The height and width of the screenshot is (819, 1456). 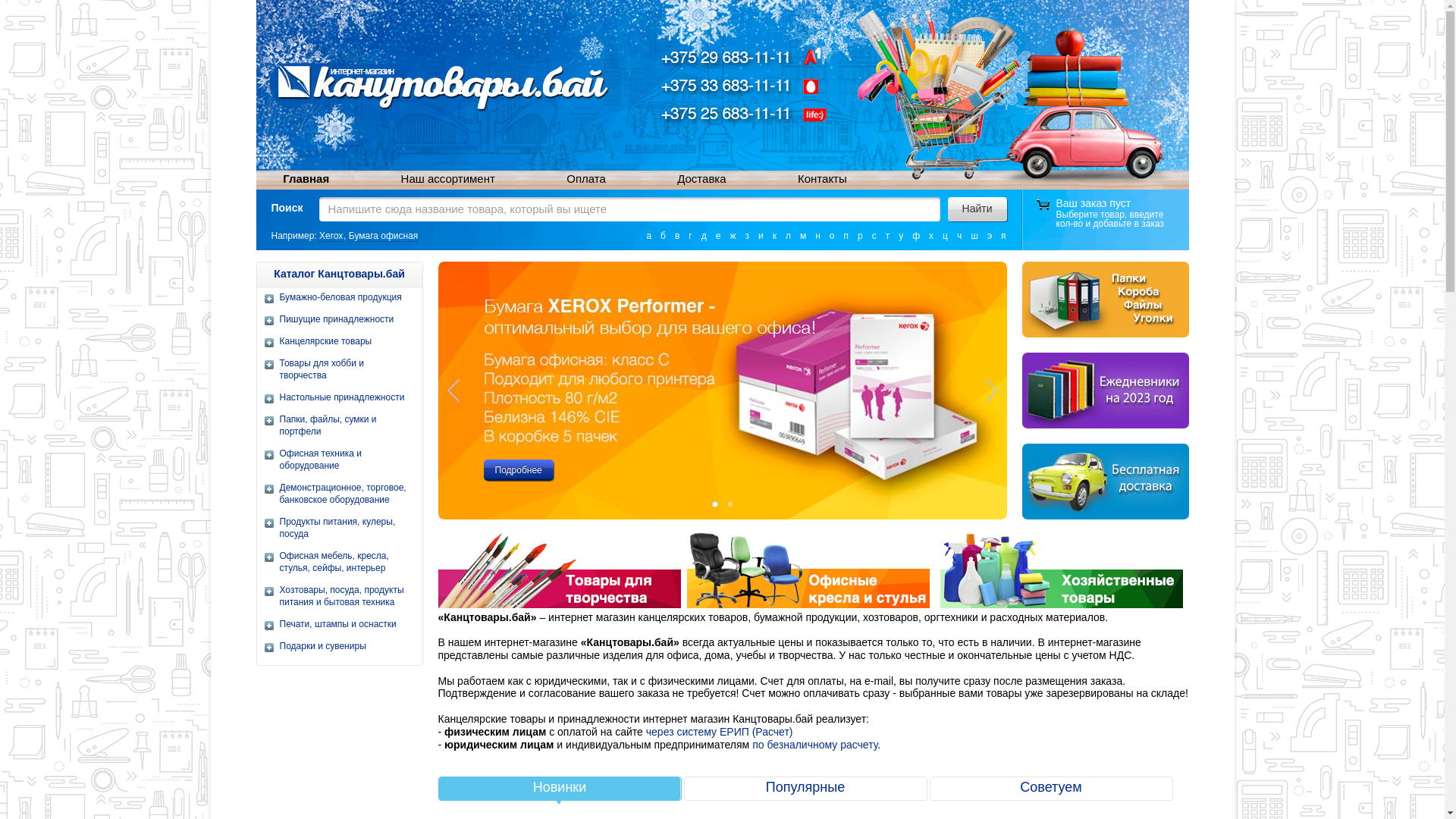 What do you see at coordinates (729, 504) in the screenshot?
I see `'2'` at bounding box center [729, 504].